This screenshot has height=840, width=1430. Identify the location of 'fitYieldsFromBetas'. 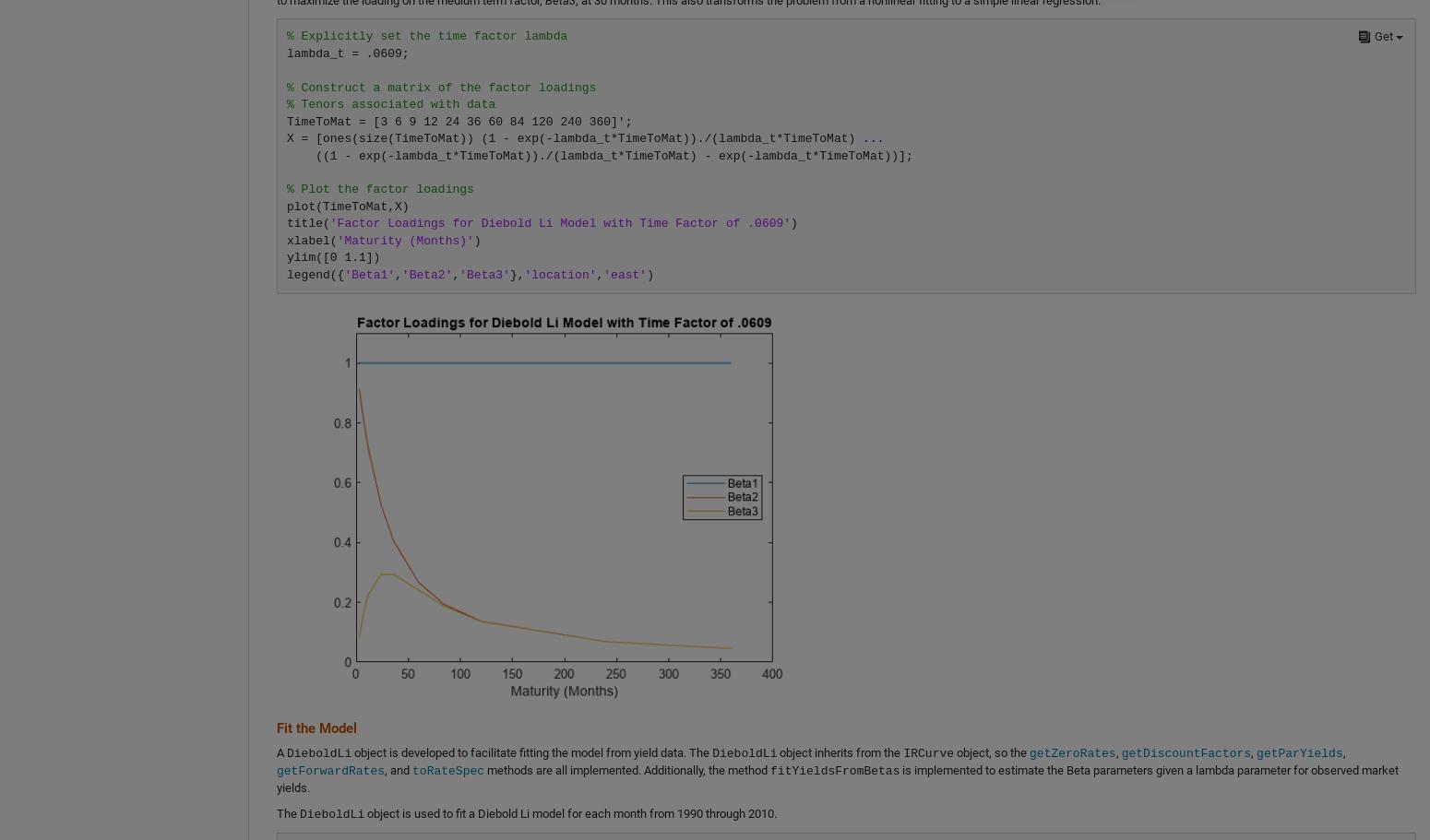
(835, 770).